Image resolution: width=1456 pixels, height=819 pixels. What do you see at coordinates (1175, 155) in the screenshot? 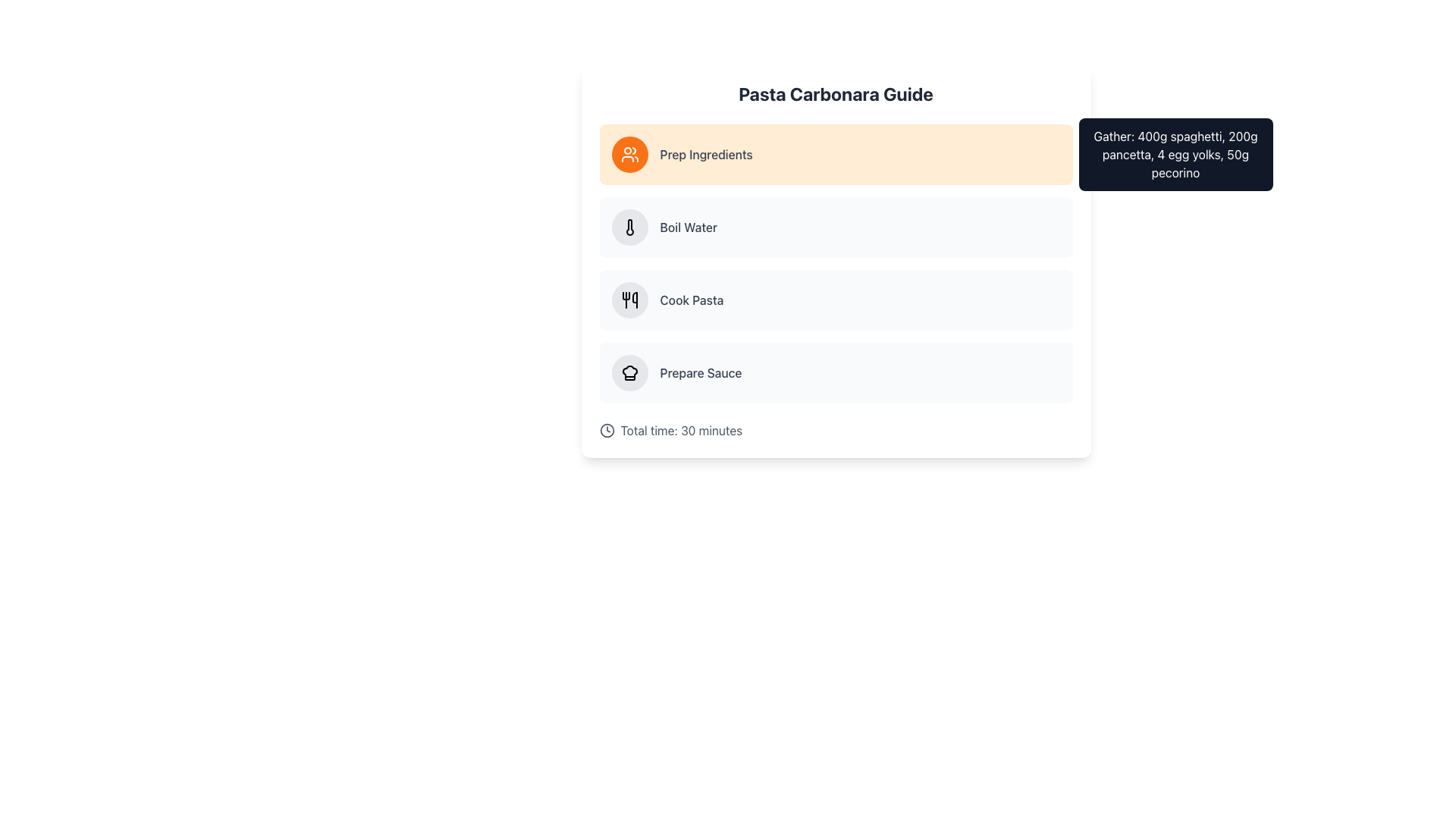
I see `the tooltip displaying cooking instructions with dark background and white text, positioned to the right of the 'Prep Ingredients' button` at bounding box center [1175, 155].